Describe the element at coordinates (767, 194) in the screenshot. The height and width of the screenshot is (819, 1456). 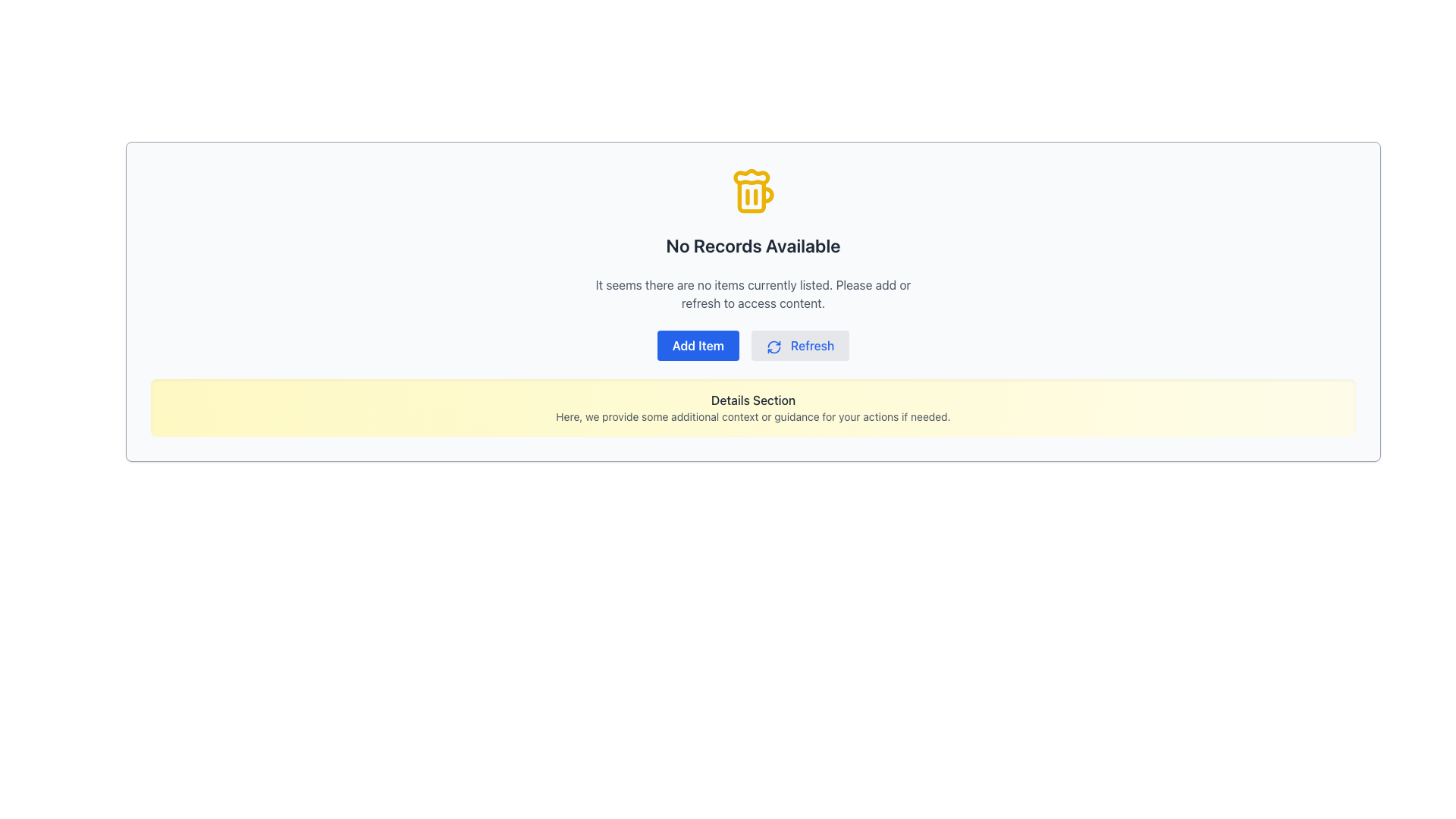
I see `the handle of the beer mug icon, which is the rightmost part of the SVG illustration above the text 'No Records Available'` at that location.